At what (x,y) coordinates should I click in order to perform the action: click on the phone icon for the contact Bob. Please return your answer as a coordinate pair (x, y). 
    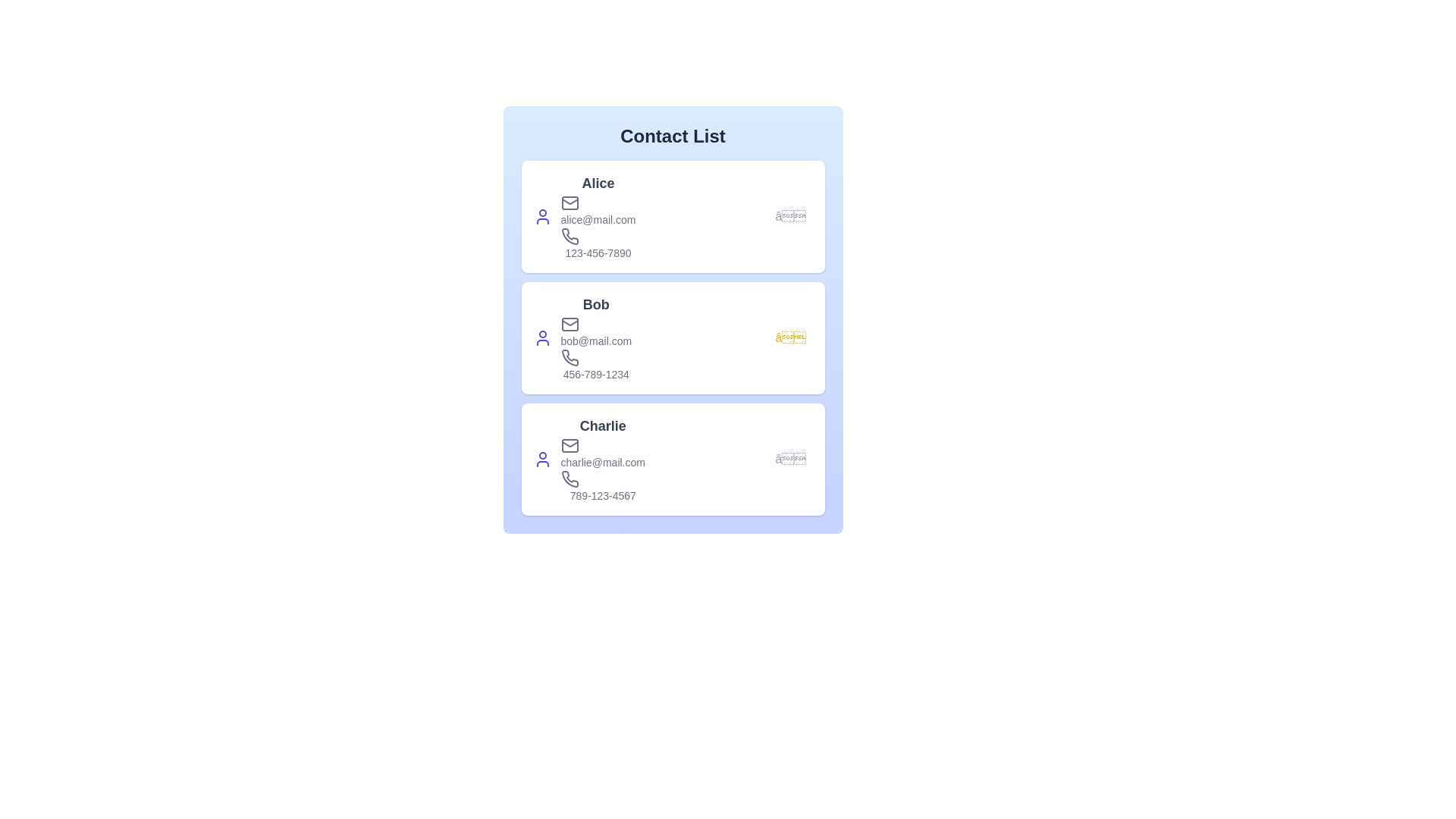
    Looking at the image, I should click on (569, 357).